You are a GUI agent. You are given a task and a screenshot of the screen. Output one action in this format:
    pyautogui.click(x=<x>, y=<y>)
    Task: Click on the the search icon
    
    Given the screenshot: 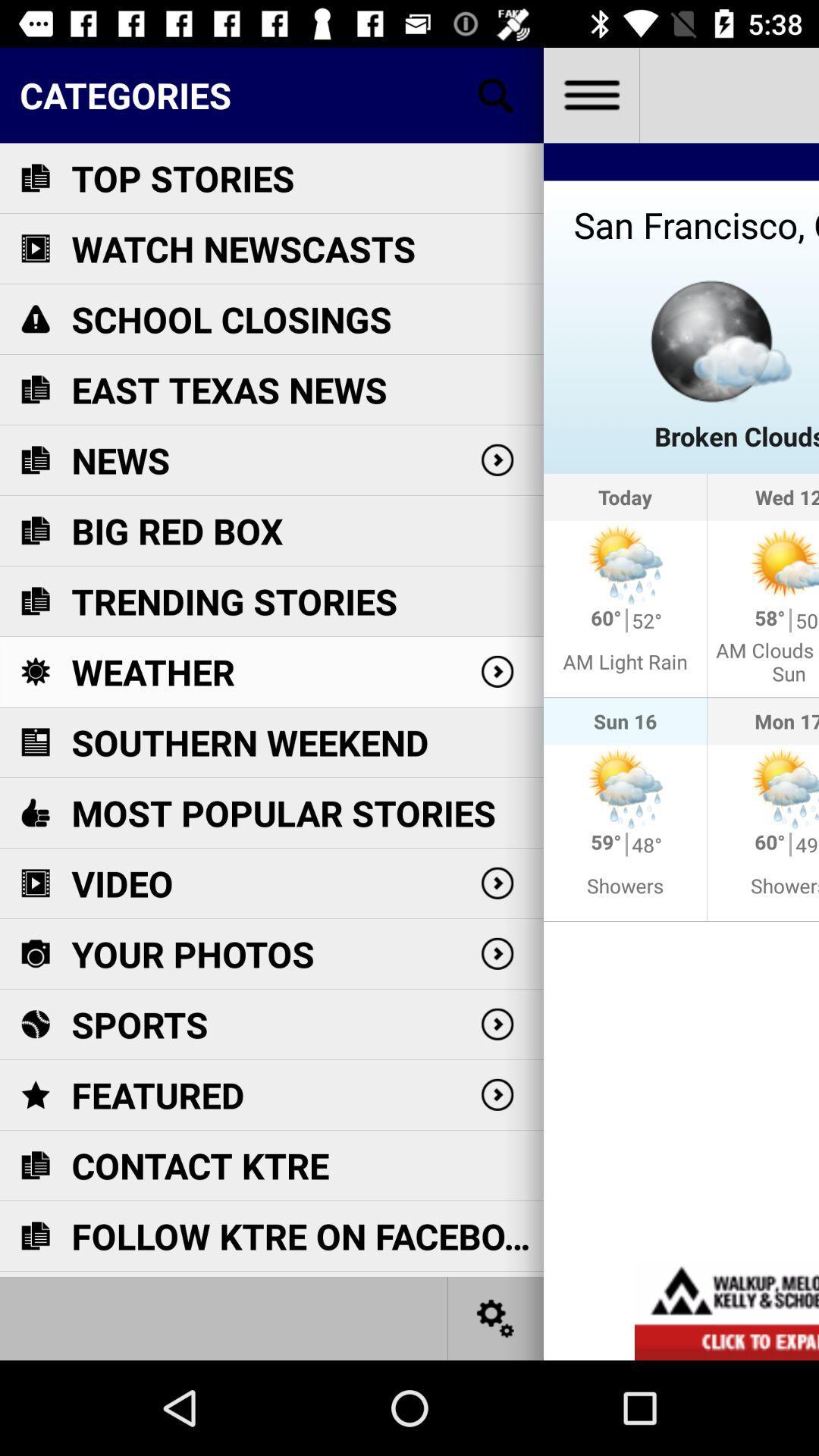 What is the action you would take?
    pyautogui.click(x=496, y=94)
    